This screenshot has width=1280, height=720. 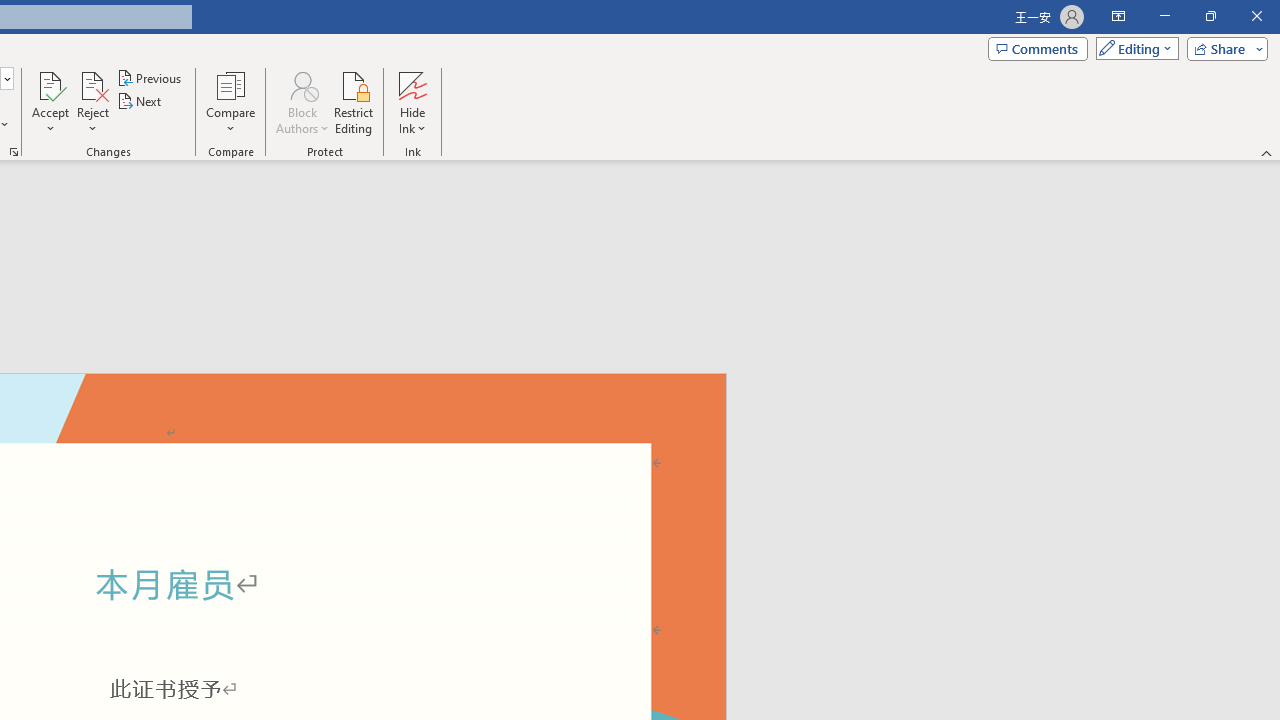 I want to click on 'Hide Ink', so click(x=411, y=84).